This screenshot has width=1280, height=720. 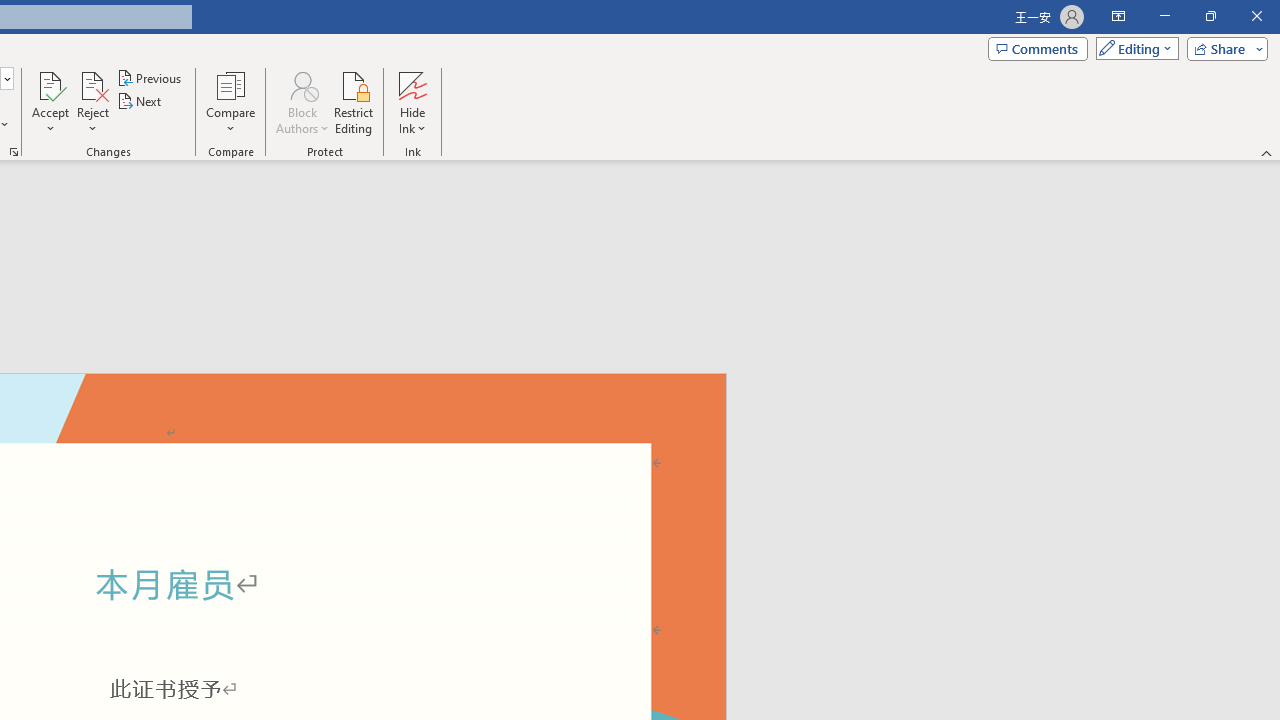 I want to click on 'Hide Ink', so click(x=411, y=84).